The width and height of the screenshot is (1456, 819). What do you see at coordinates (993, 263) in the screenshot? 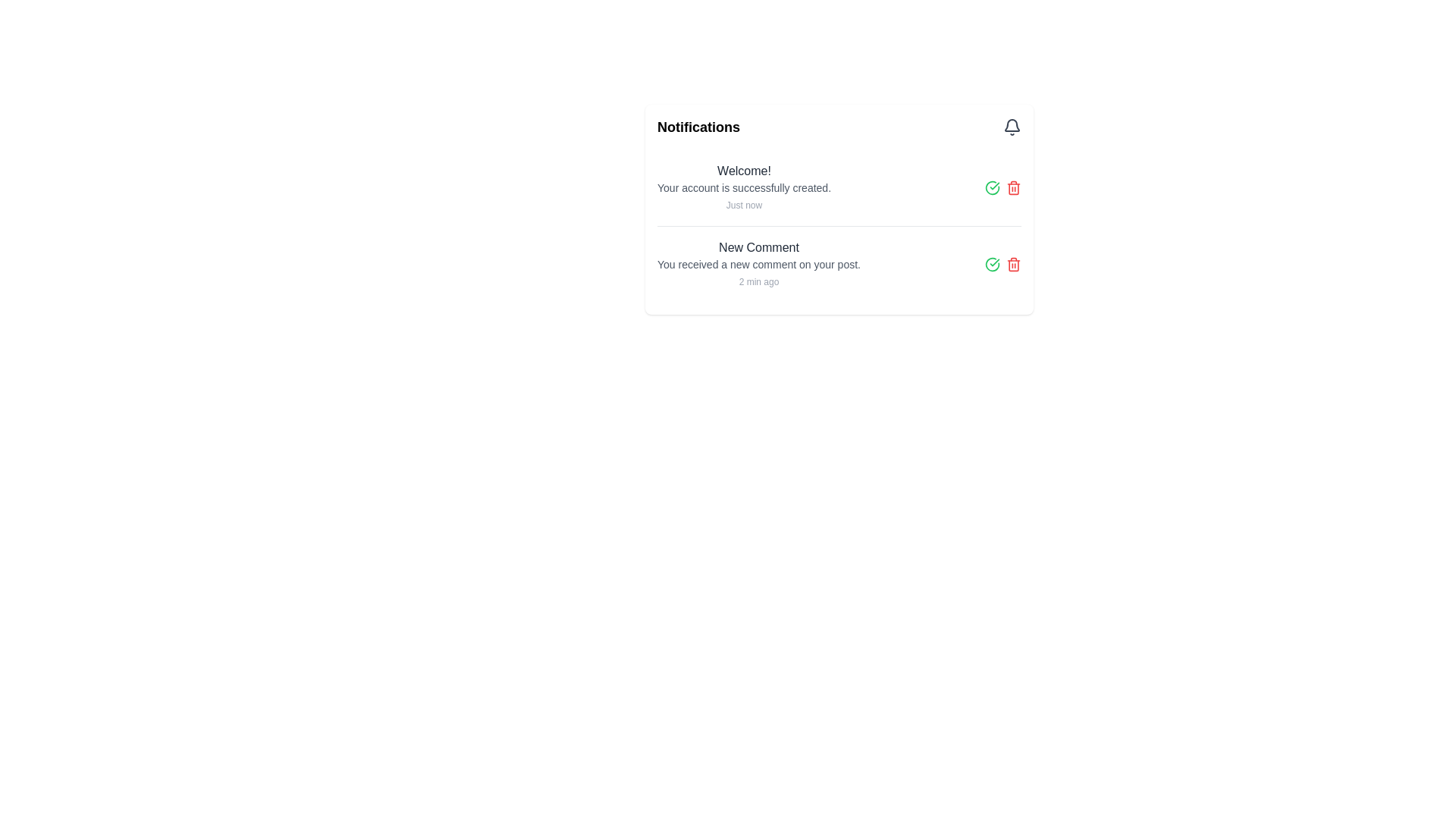
I see `the green circular icon with a checkmark next to the 'New Comment' notification` at bounding box center [993, 263].